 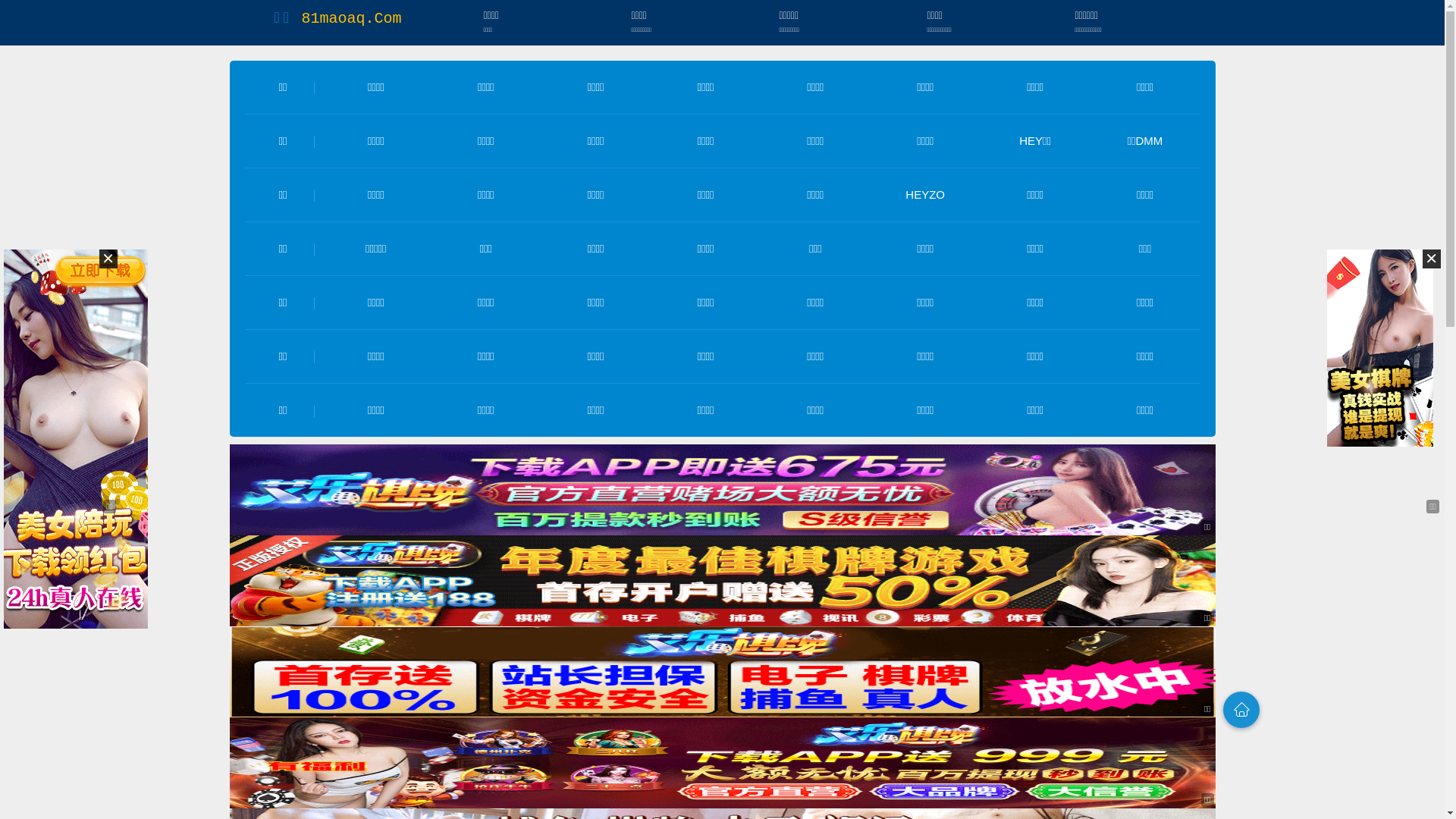 What do you see at coordinates (924, 193) in the screenshot?
I see `'HEYZO'` at bounding box center [924, 193].